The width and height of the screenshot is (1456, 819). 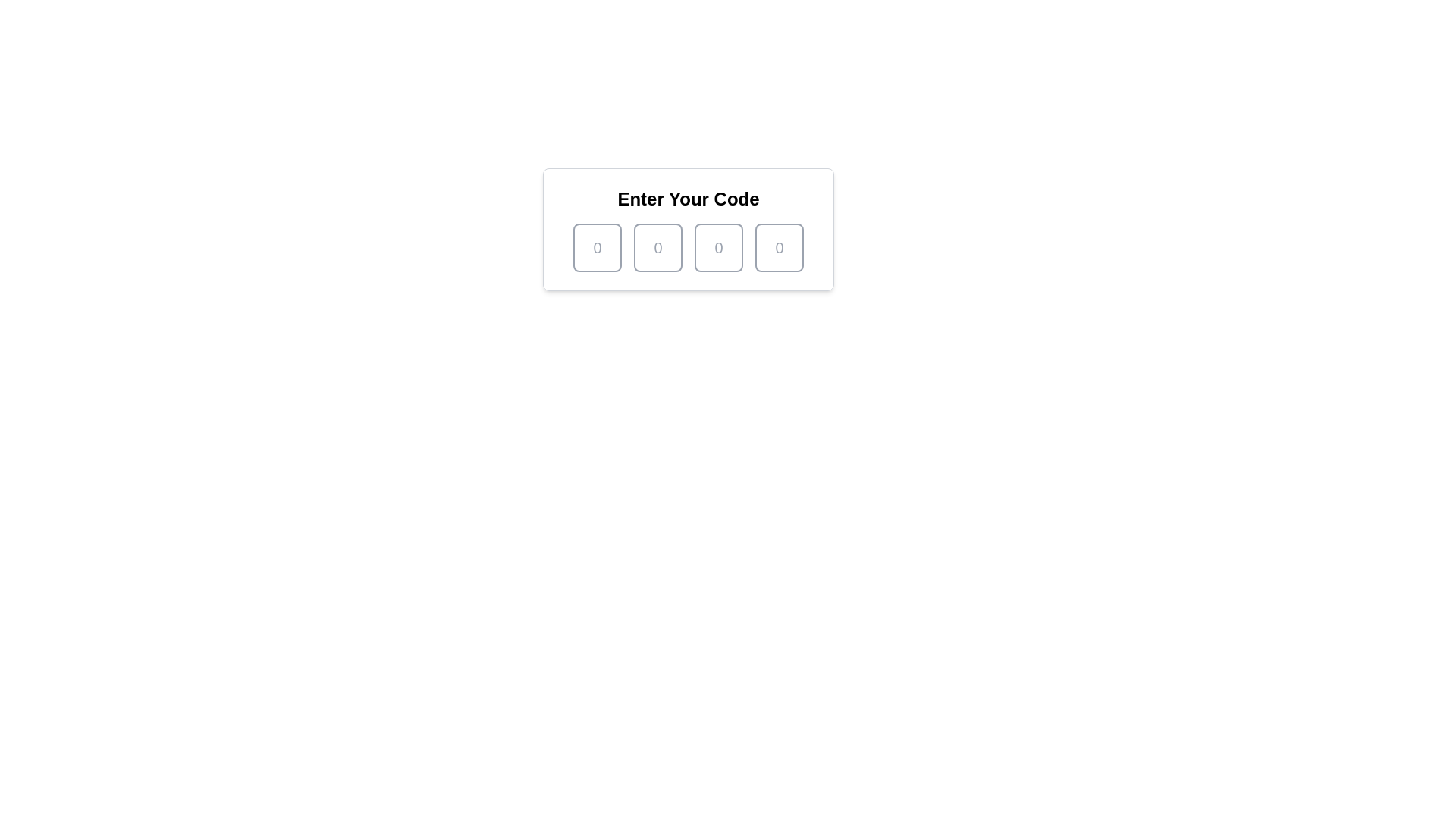 What do you see at coordinates (779, 247) in the screenshot?
I see `the fourth input box, which serves as a text input field for entering a single character, to focus the input` at bounding box center [779, 247].